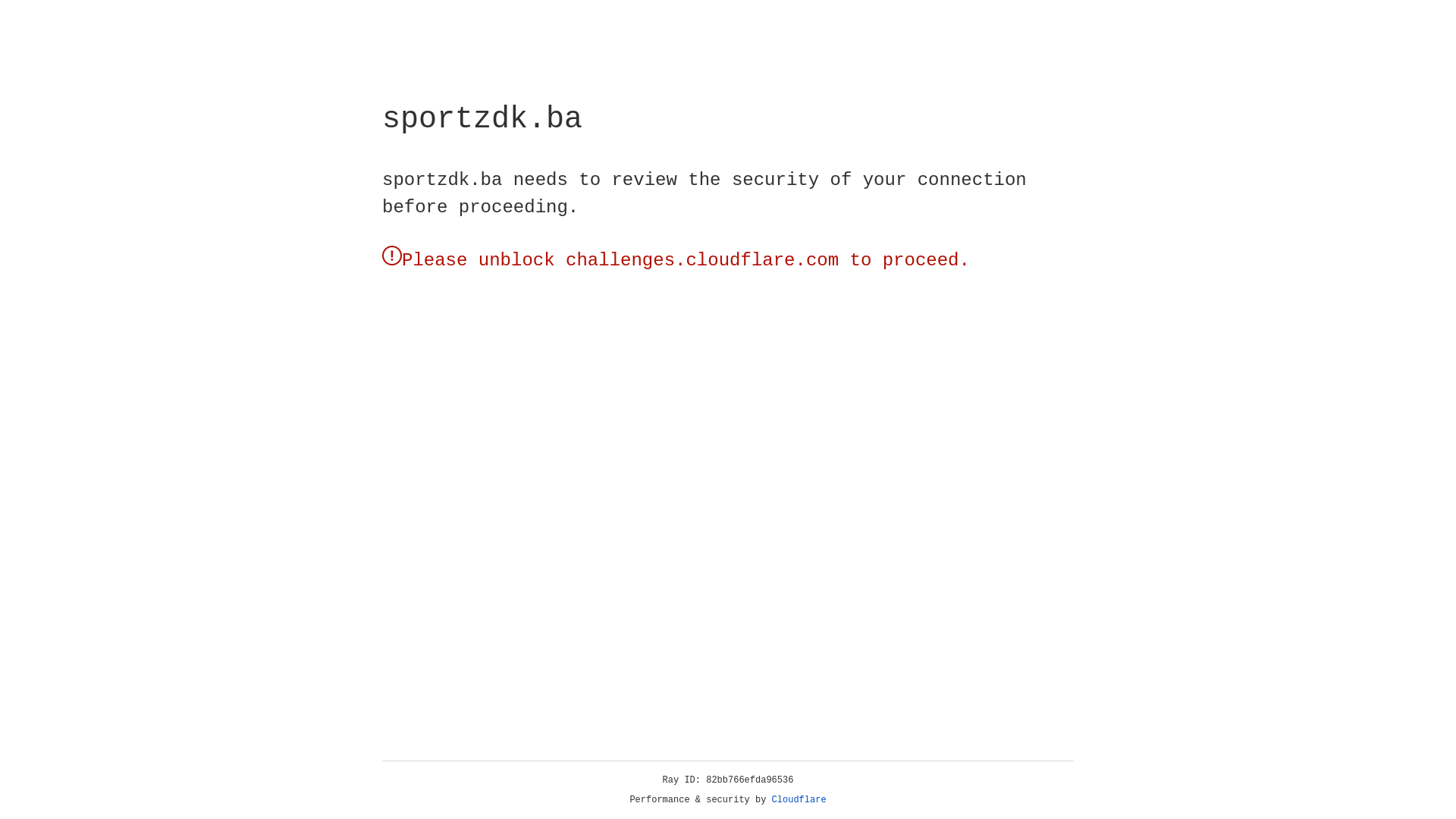 The image size is (1456, 819). I want to click on 'Cloudflare', so click(799, 799).